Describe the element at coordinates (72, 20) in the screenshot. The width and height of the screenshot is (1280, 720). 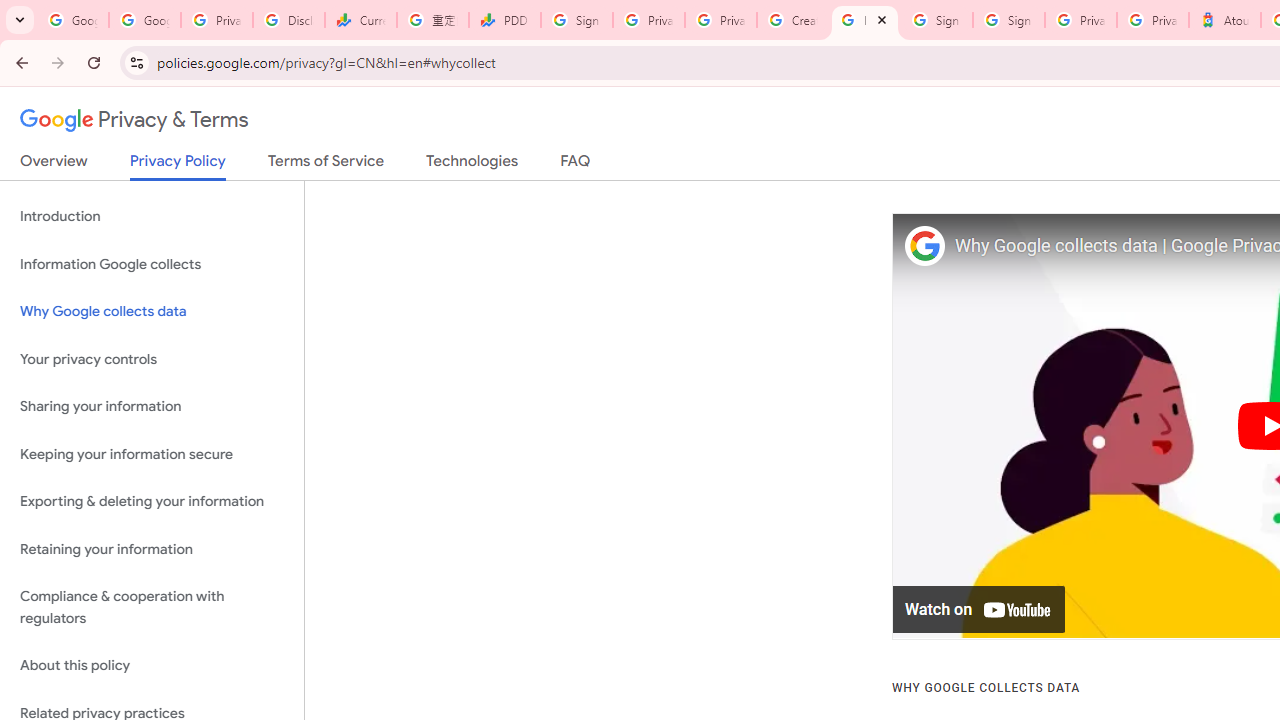
I see `'Google Workspace Admin Community'` at that location.